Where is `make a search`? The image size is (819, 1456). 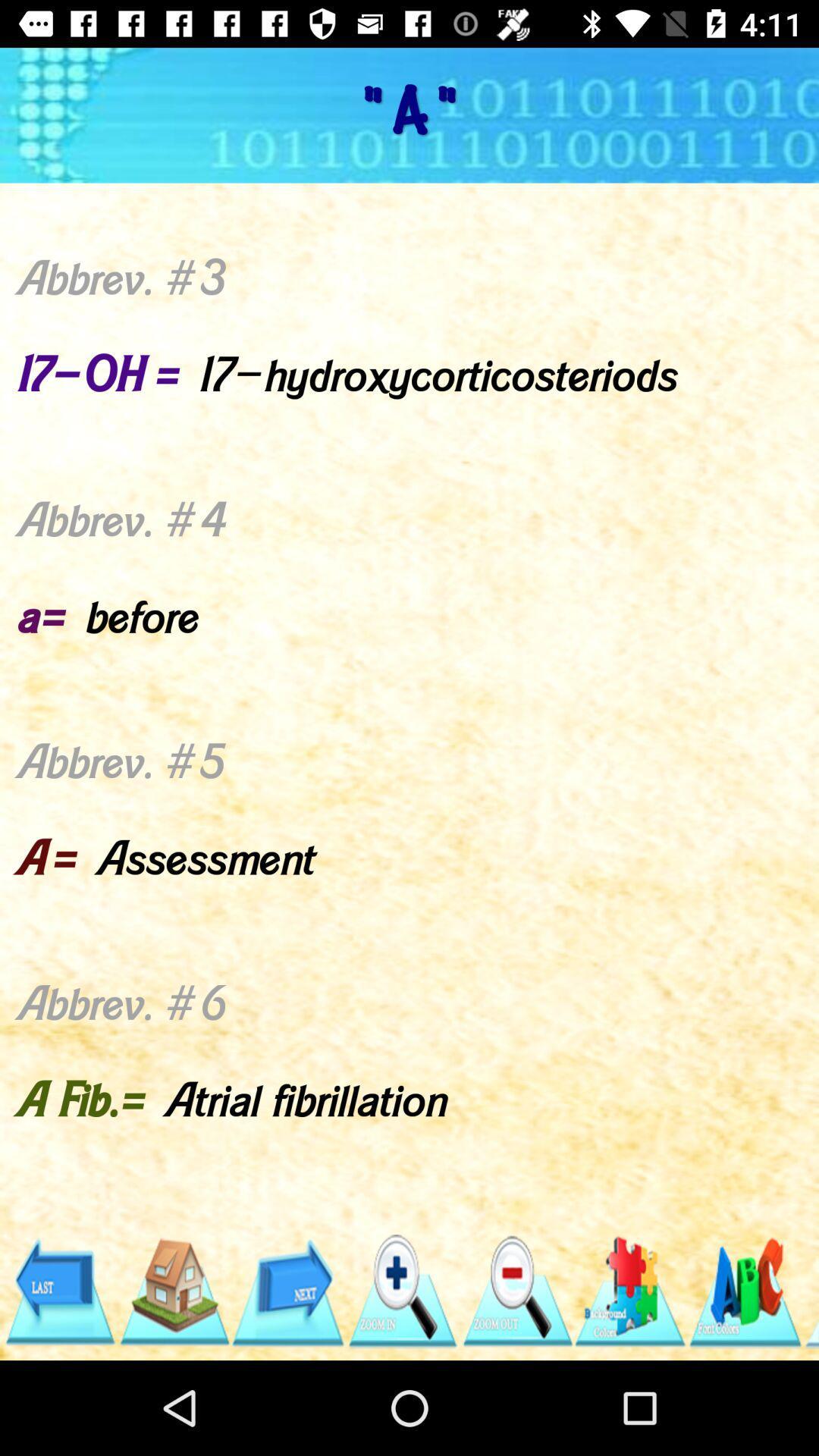
make a search is located at coordinates (401, 1291).